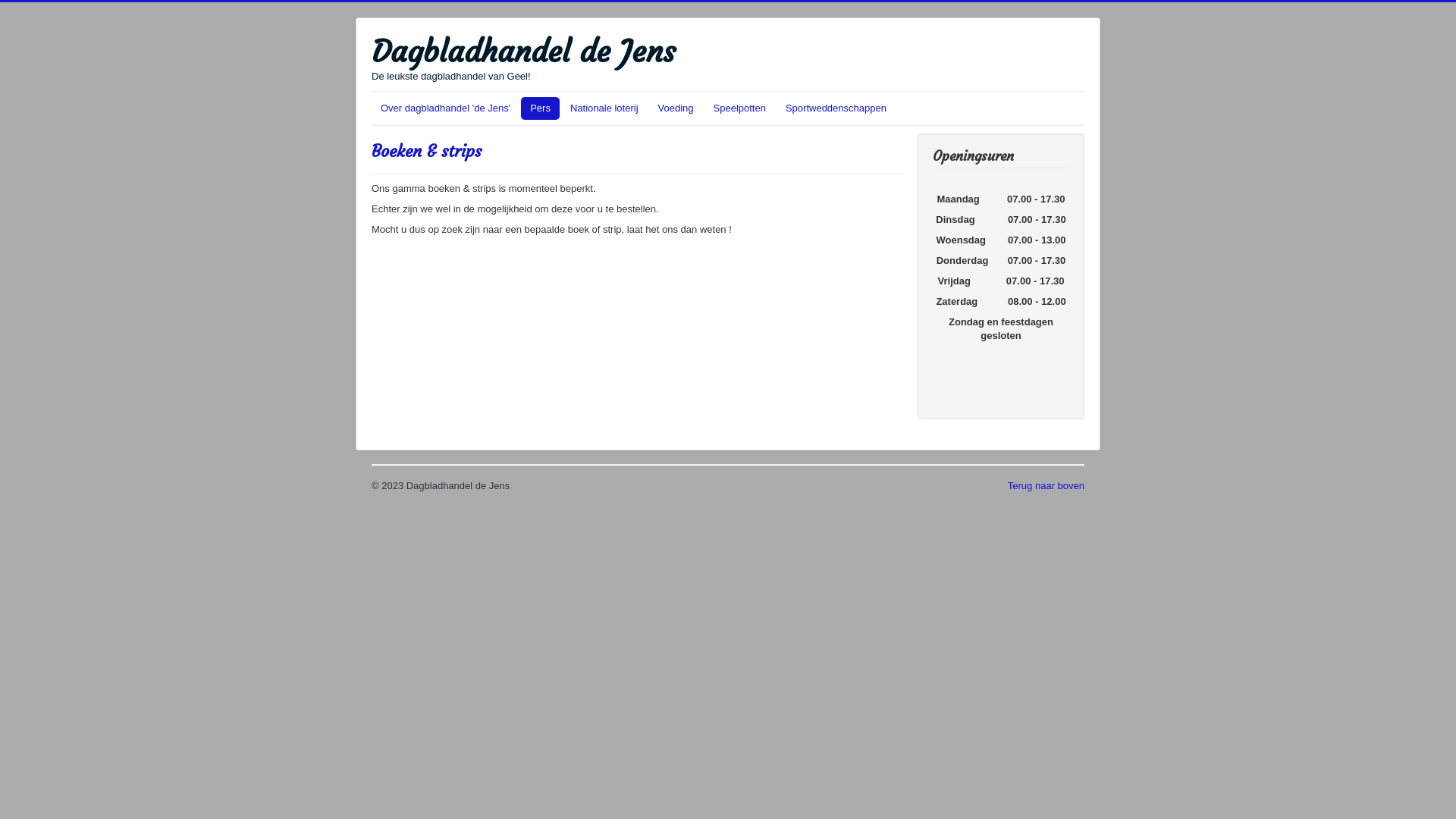  What do you see at coordinates (835, 107) in the screenshot?
I see `'Sportweddenschappen'` at bounding box center [835, 107].